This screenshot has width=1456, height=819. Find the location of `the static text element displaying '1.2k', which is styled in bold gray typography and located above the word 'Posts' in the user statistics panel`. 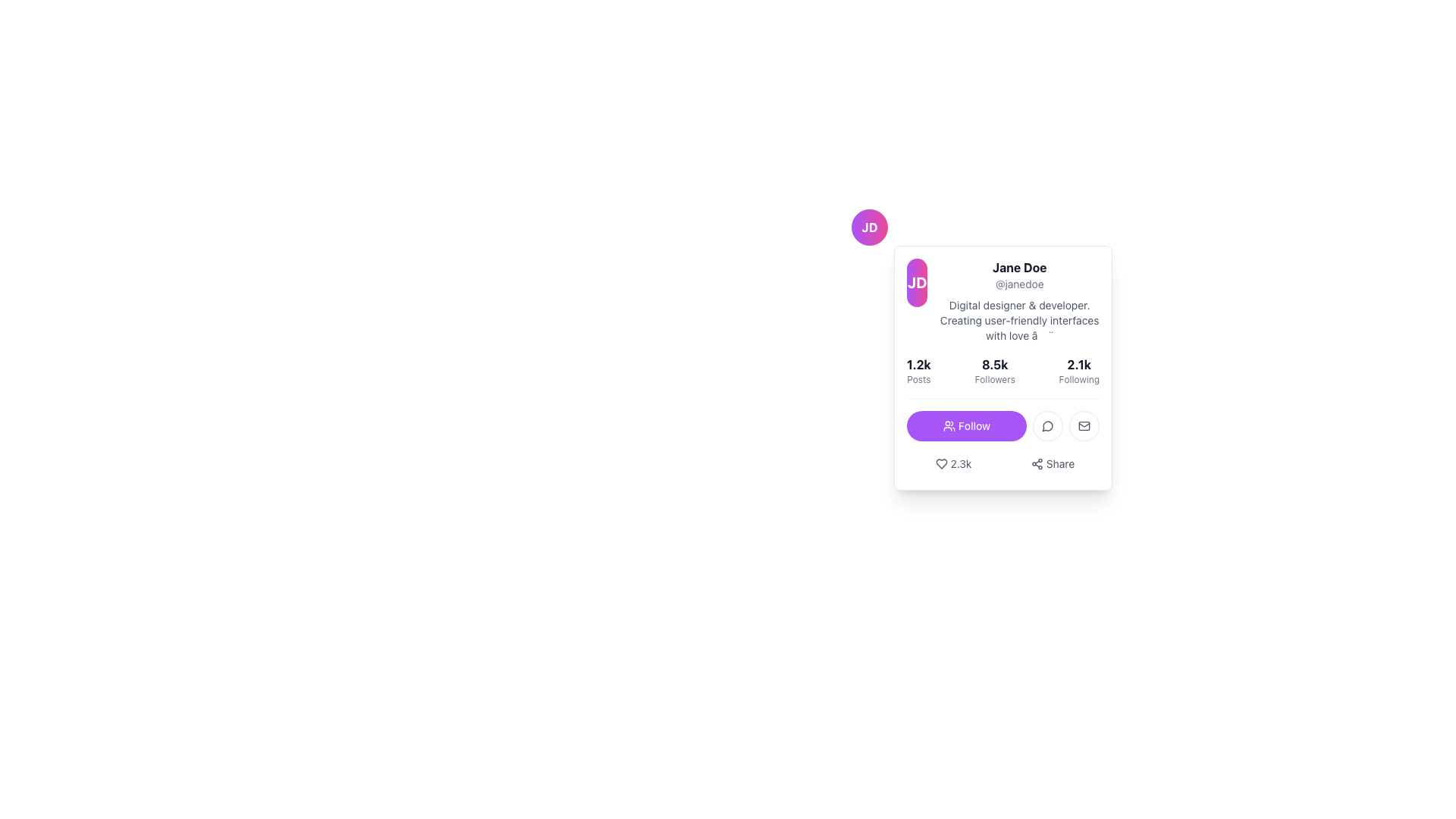

the static text element displaying '1.2k', which is styled in bold gray typography and located above the word 'Posts' in the user statistics panel is located at coordinates (918, 365).